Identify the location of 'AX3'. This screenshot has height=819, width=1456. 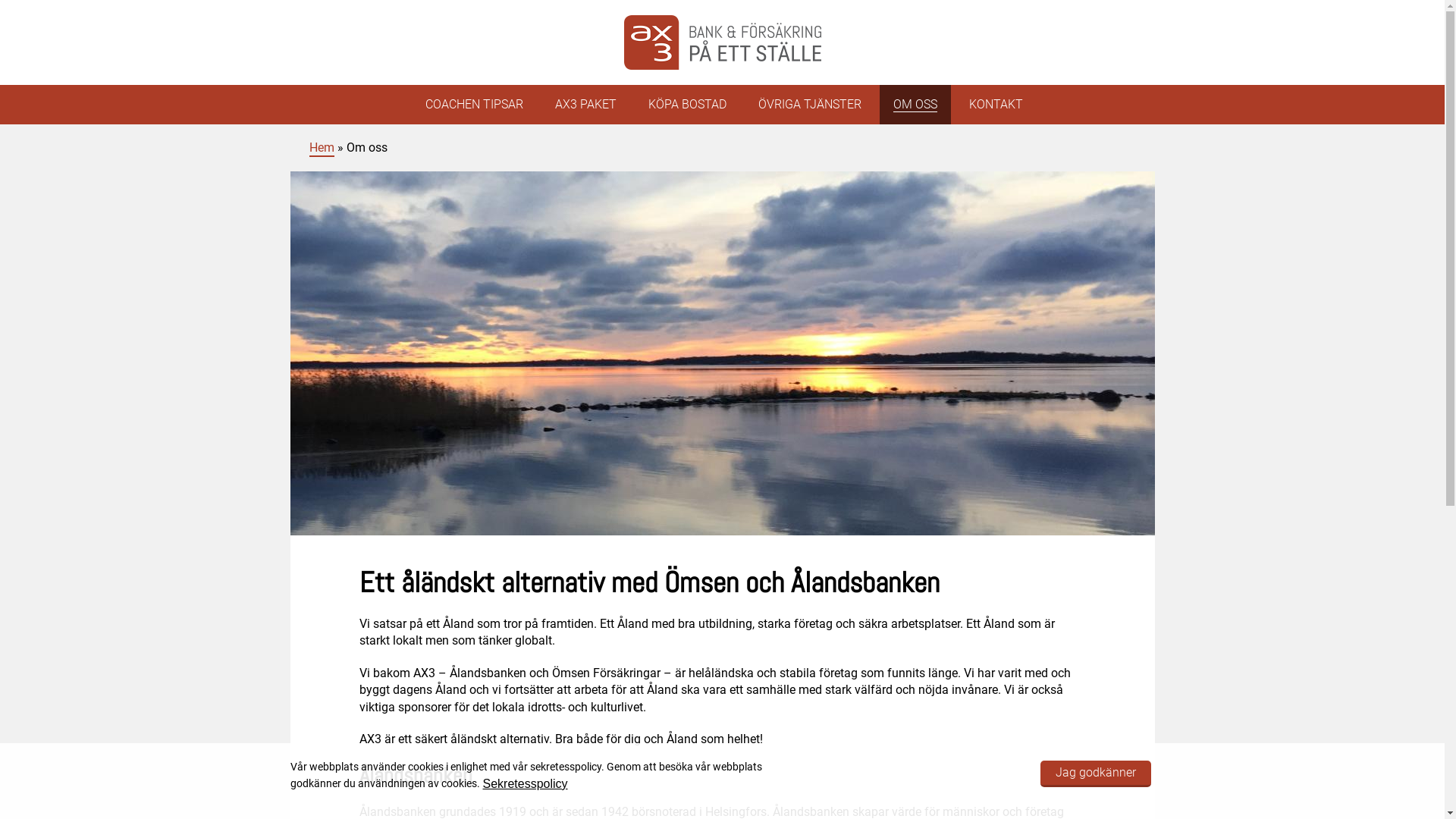
(720, 42).